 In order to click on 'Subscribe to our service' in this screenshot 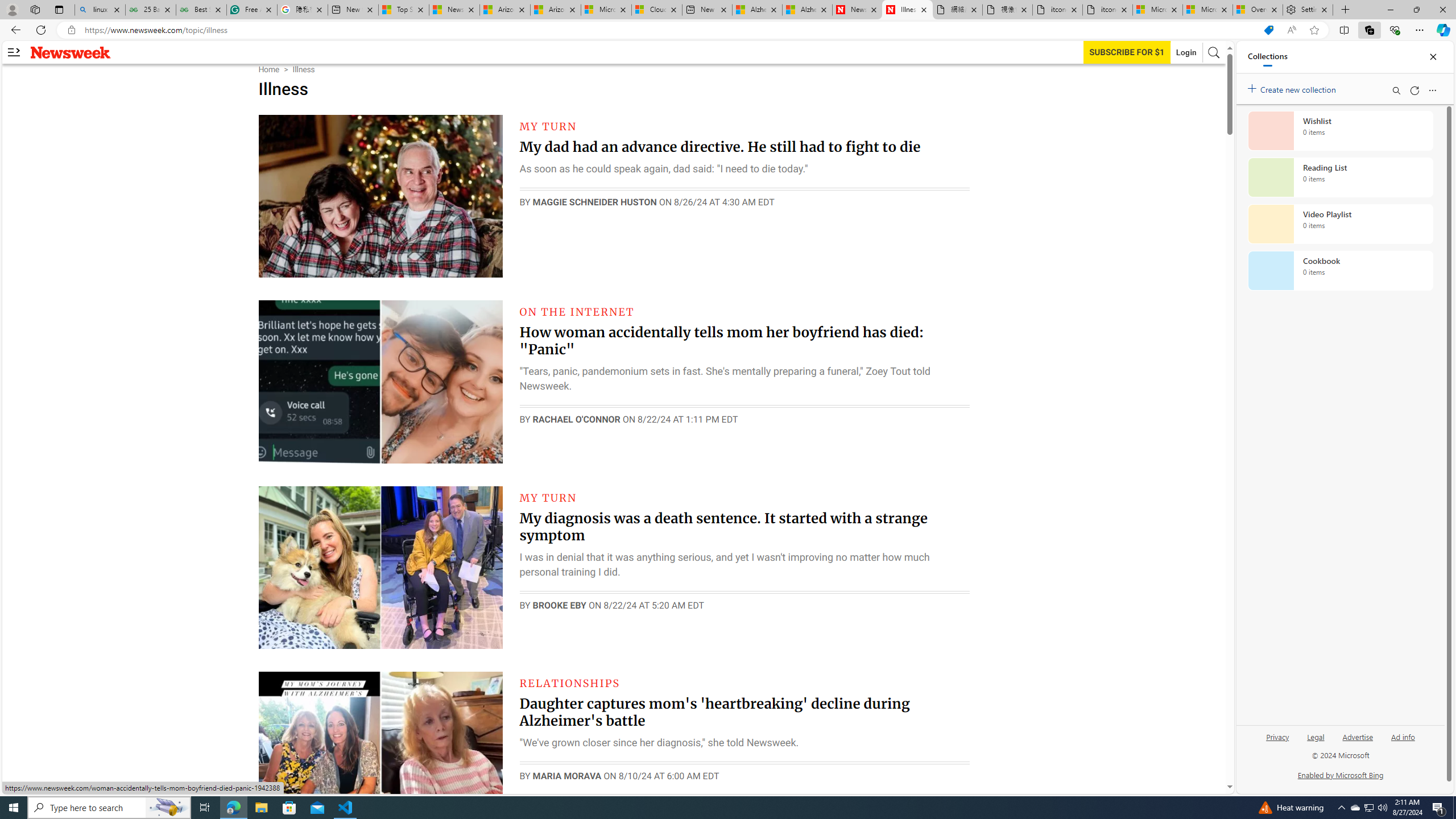, I will do `click(1127, 52)`.